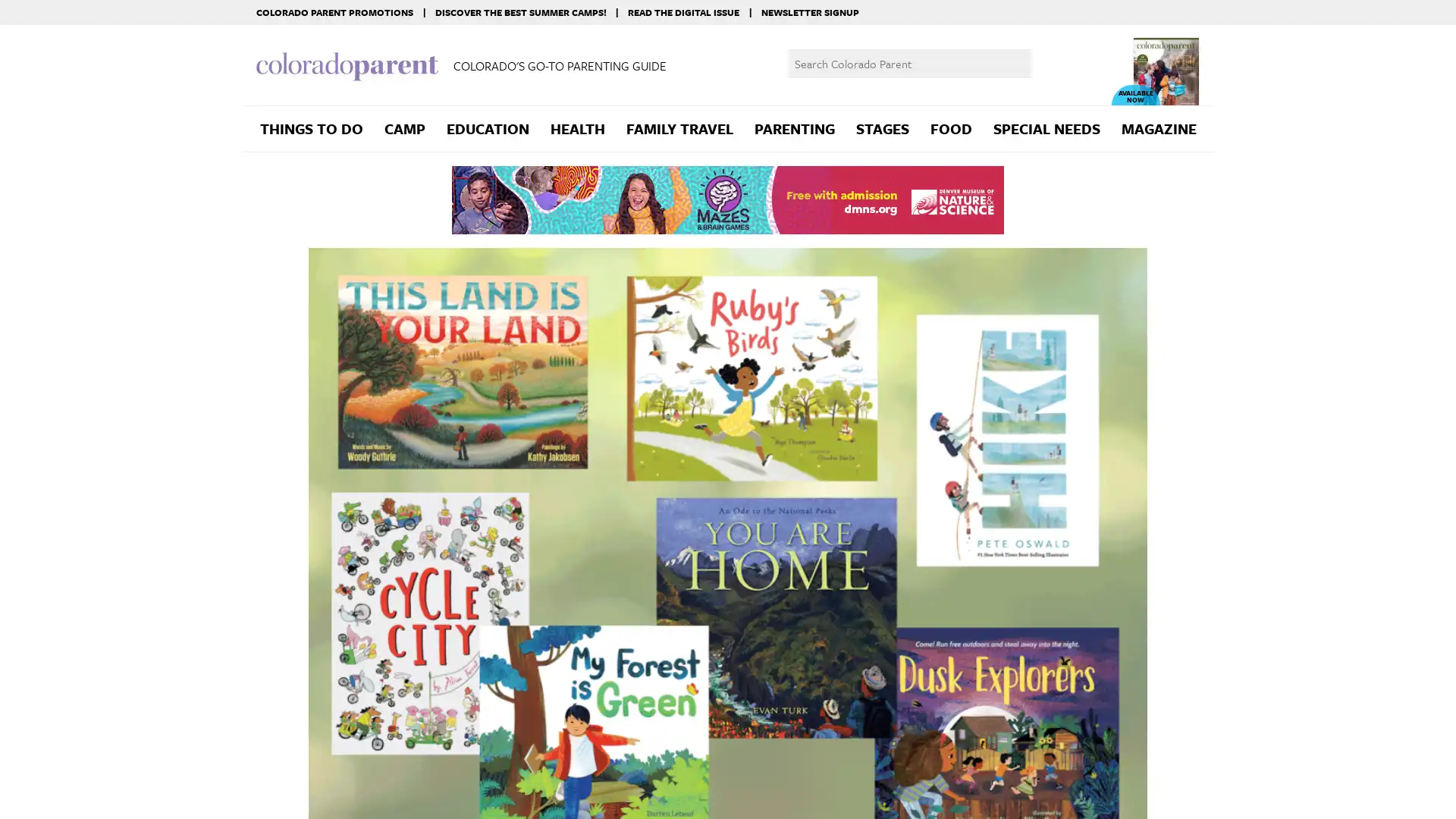 This screenshot has height=819, width=1456. What do you see at coordinates (1343, 789) in the screenshot?
I see `SUBSCRIBE NOW` at bounding box center [1343, 789].